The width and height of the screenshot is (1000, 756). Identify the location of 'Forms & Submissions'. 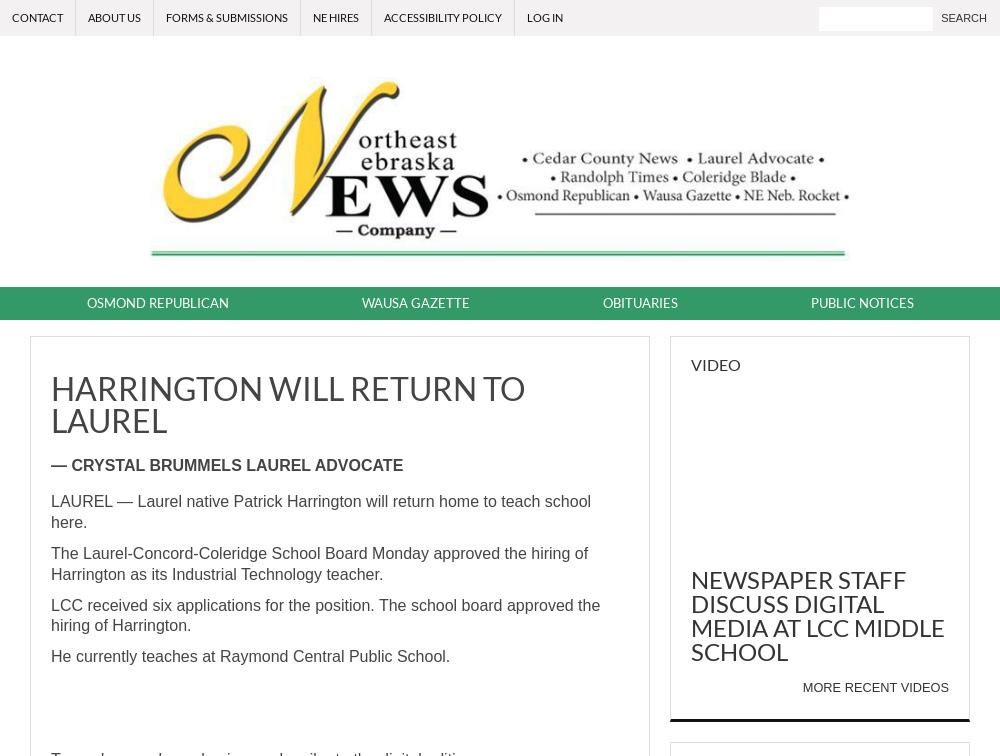
(226, 17).